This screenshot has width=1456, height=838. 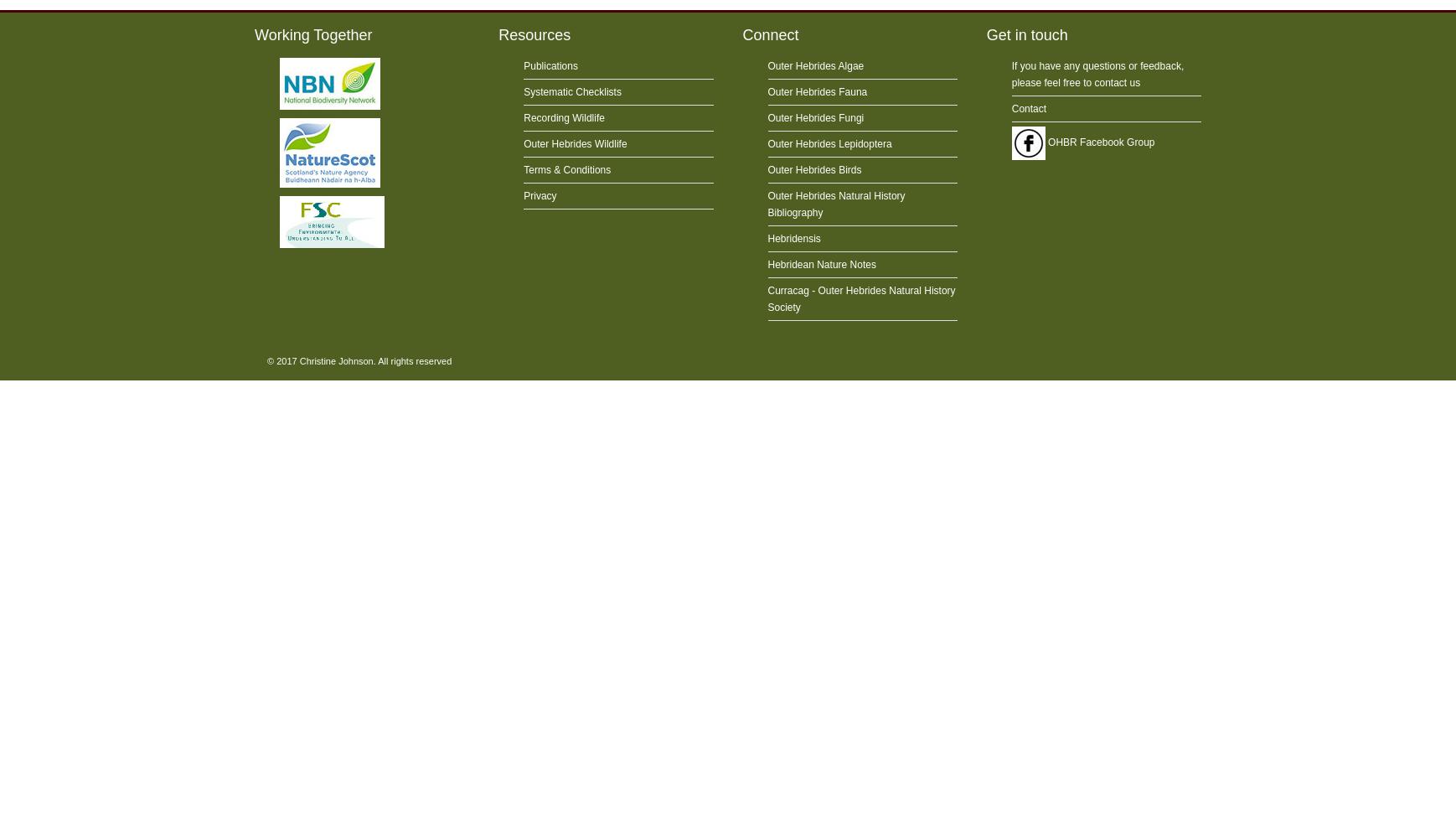 I want to click on 'Outer Hebrides Fauna', so click(x=816, y=91).